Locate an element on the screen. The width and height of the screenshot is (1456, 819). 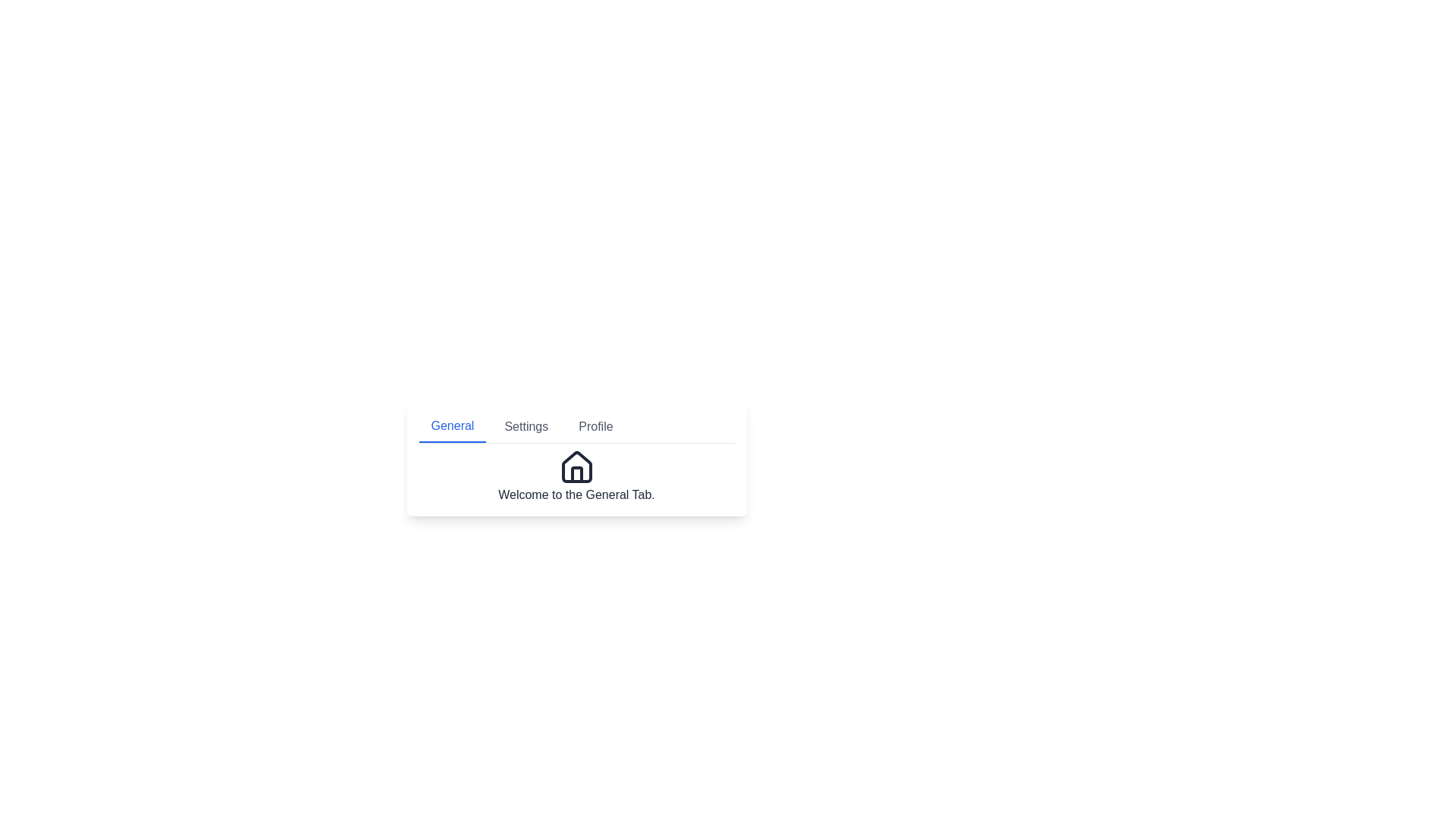
the Static Content Block that indicates the currently selected 'General' tab, which includes a house icon and a welcoming message is located at coordinates (576, 475).